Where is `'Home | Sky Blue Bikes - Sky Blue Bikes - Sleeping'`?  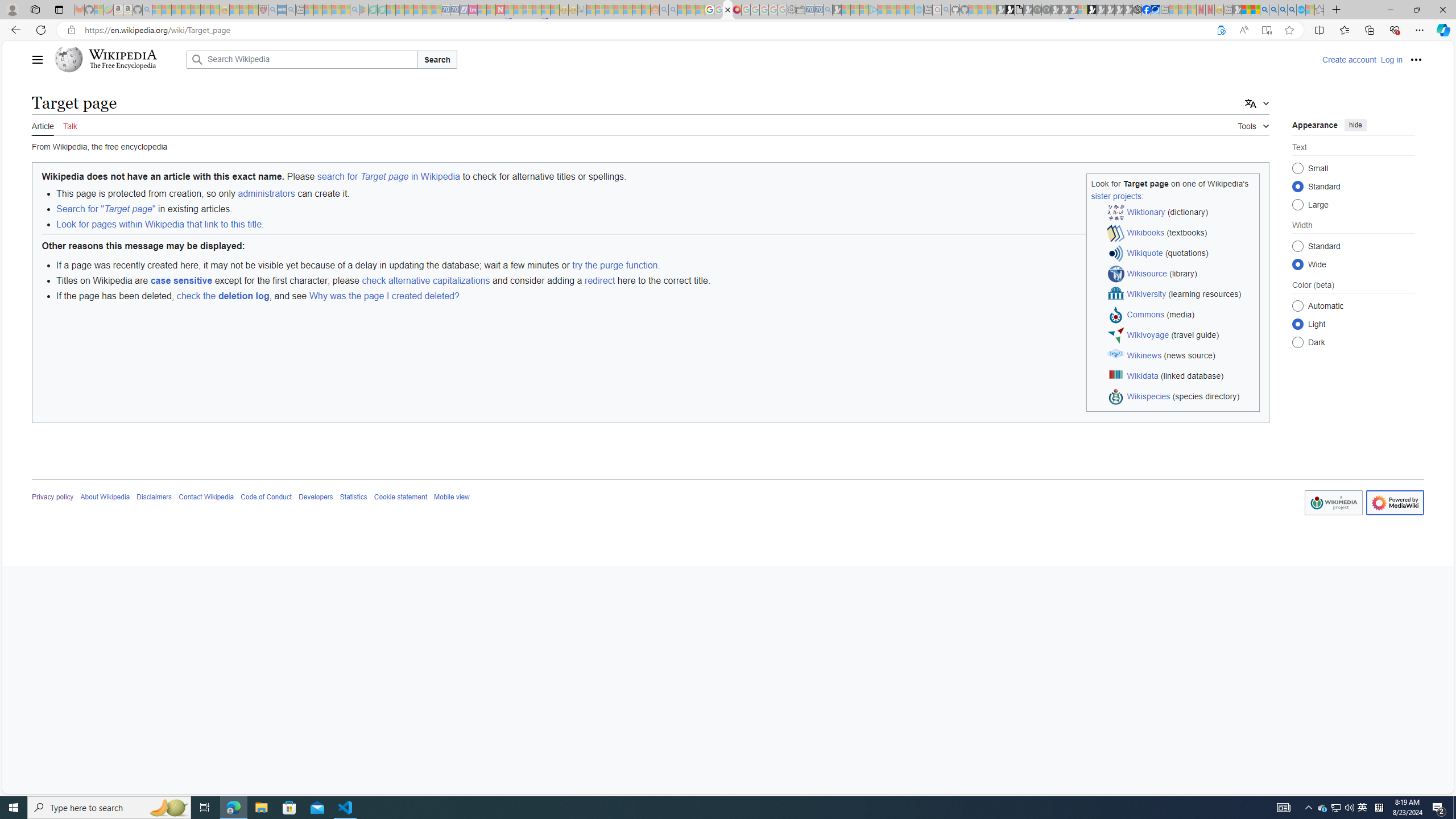 'Home | Sky Blue Bikes - Sky Blue Bikes - Sleeping' is located at coordinates (919, 9).